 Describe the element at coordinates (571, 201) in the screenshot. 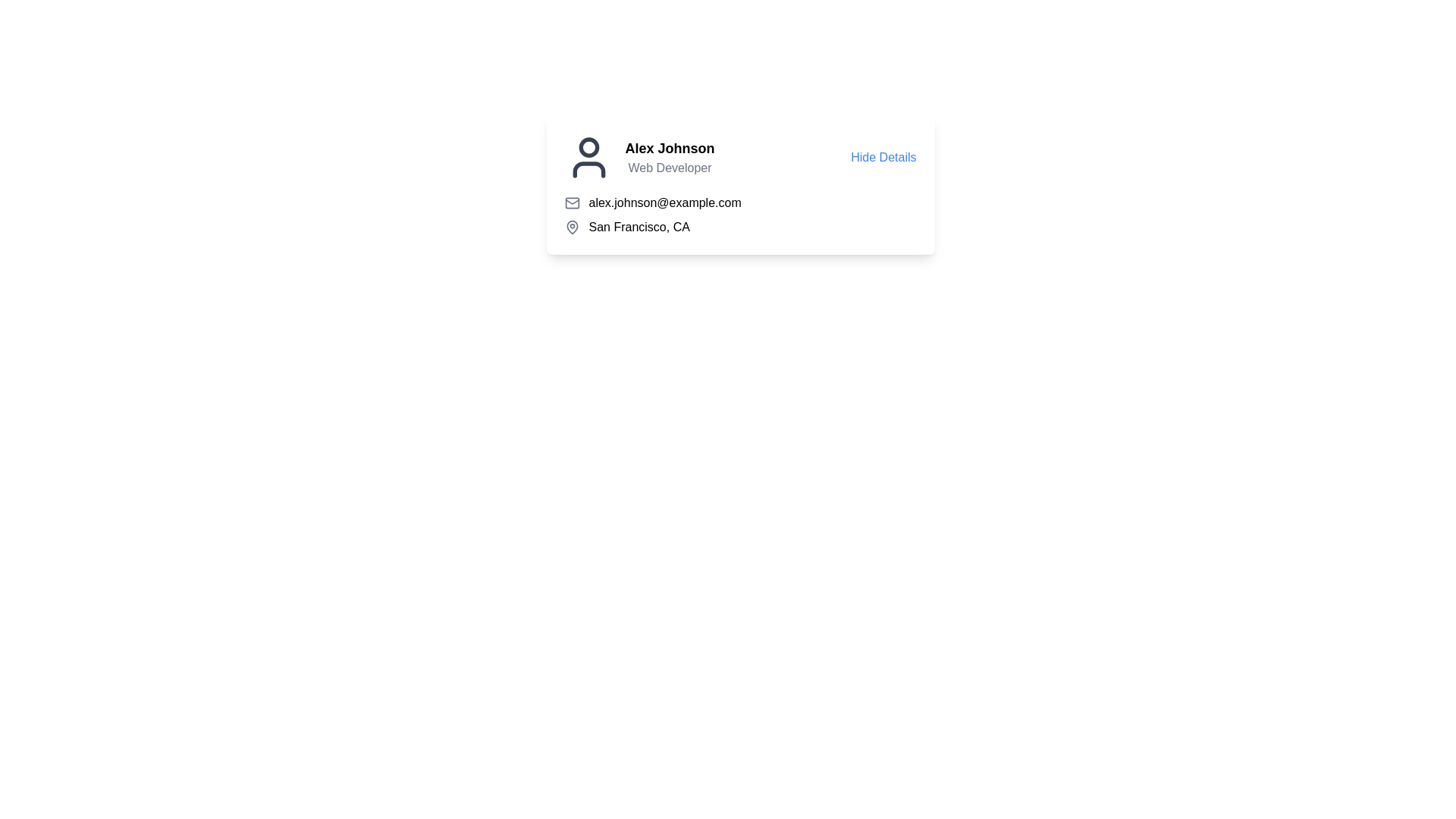

I see `the email icon represented by a simplified envelope shape, located to the left of 'alex.johnson@example.com' in the contact details section` at that location.